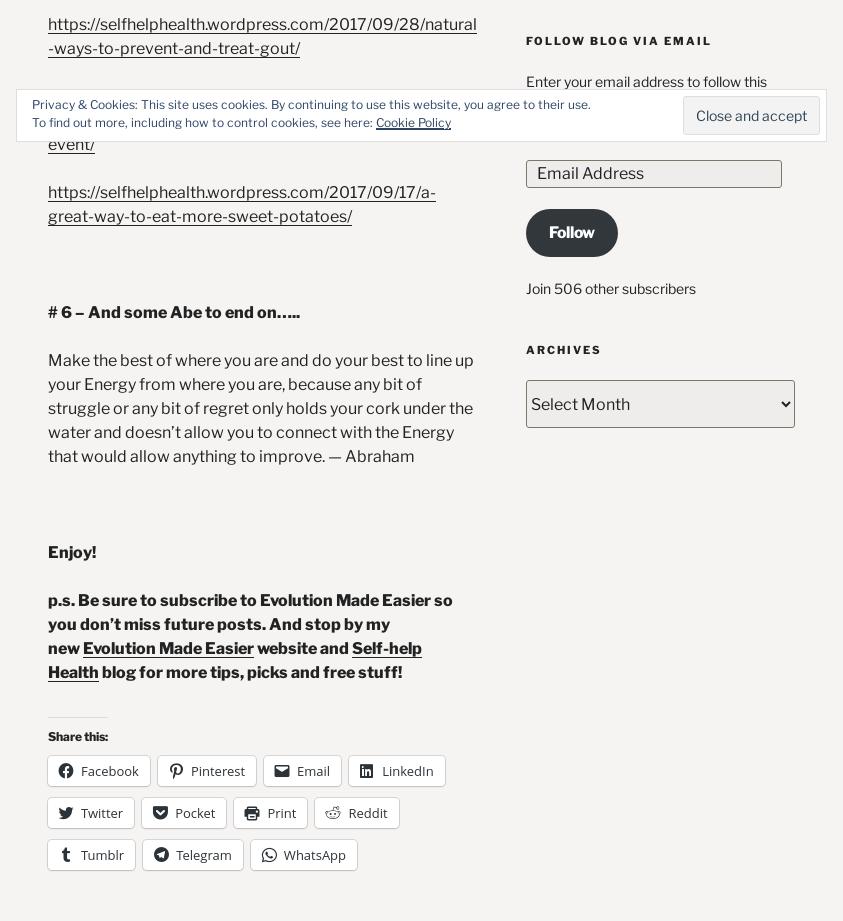 Image resolution: width=843 pixels, height=921 pixels. Describe the element at coordinates (610, 287) in the screenshot. I see `'Join 506 other subscribers'` at that location.